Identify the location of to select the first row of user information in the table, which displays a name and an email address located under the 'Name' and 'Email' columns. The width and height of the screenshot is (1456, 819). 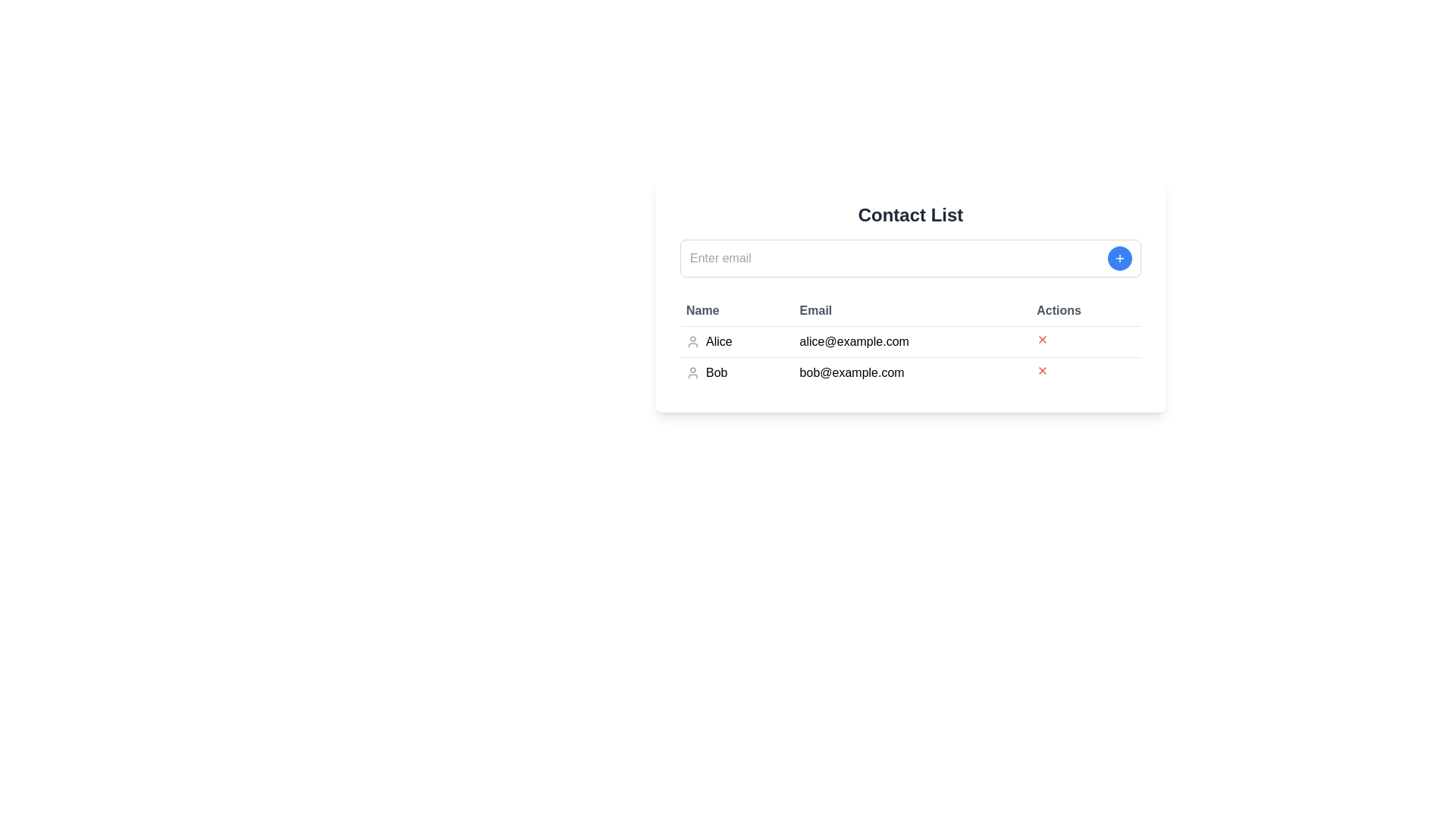
(910, 342).